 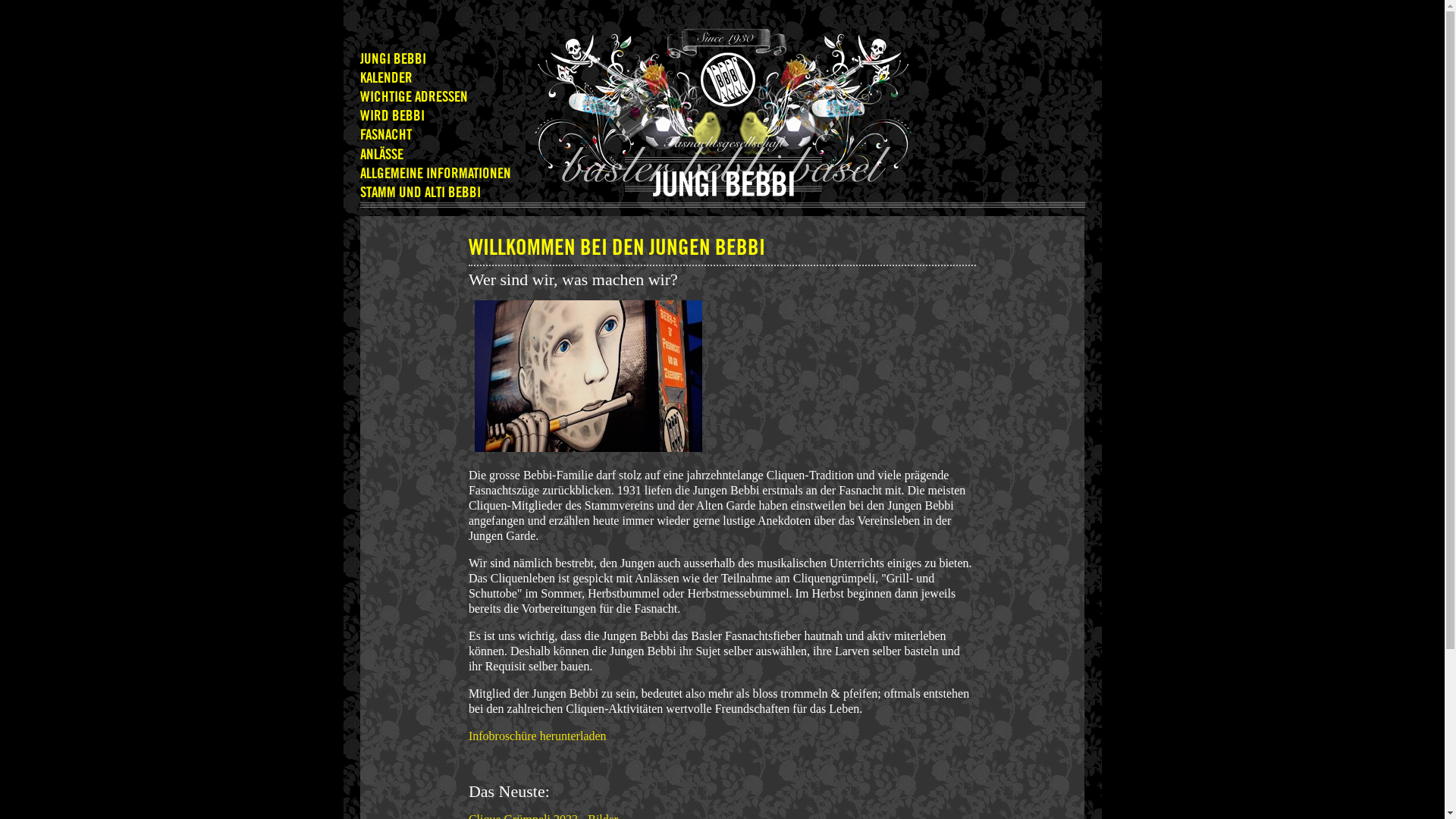 I want to click on 'ALLGEMEINE INFORMATIONEN', so click(x=434, y=173).